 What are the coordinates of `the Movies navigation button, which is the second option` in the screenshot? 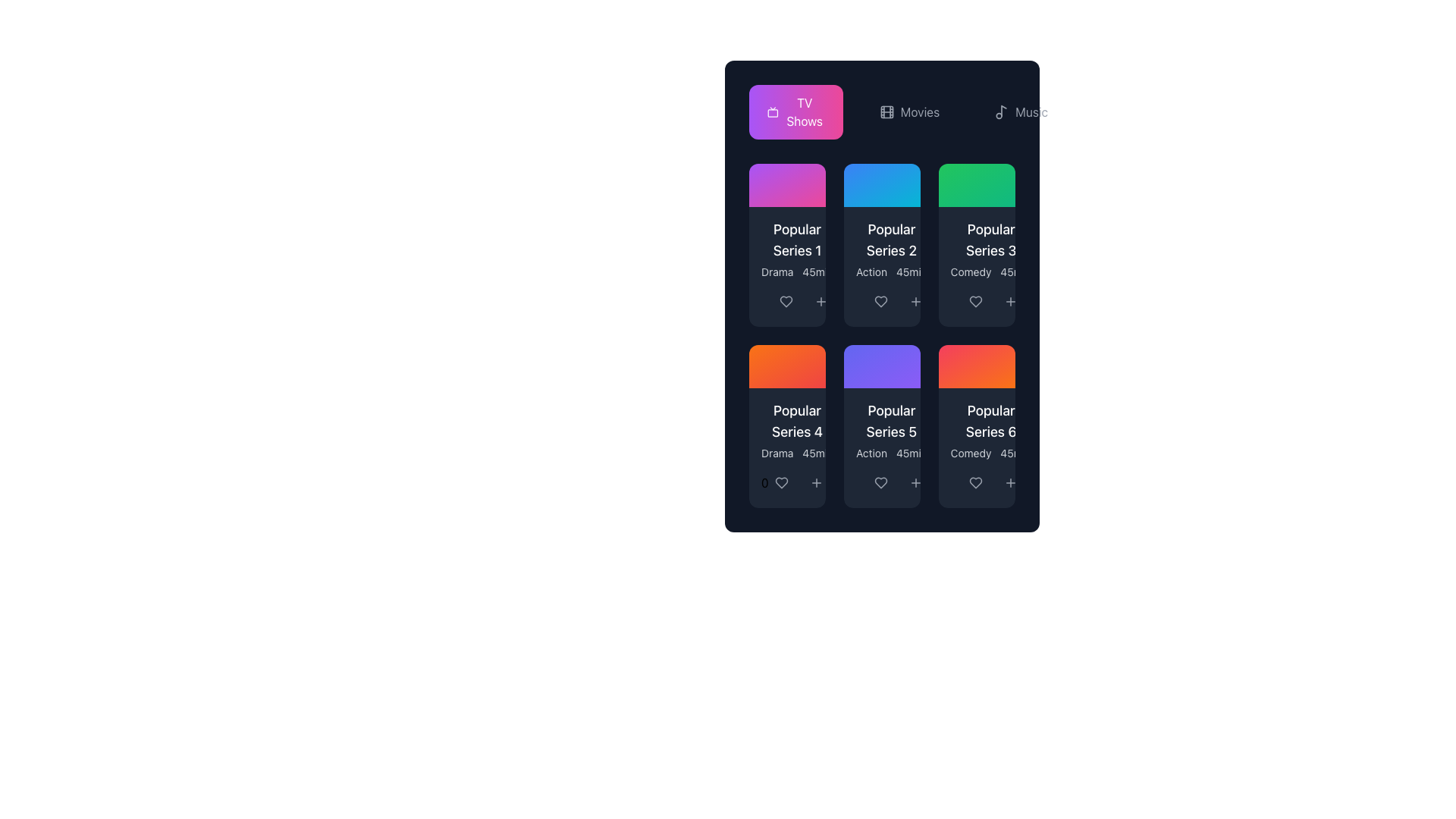 It's located at (882, 111).